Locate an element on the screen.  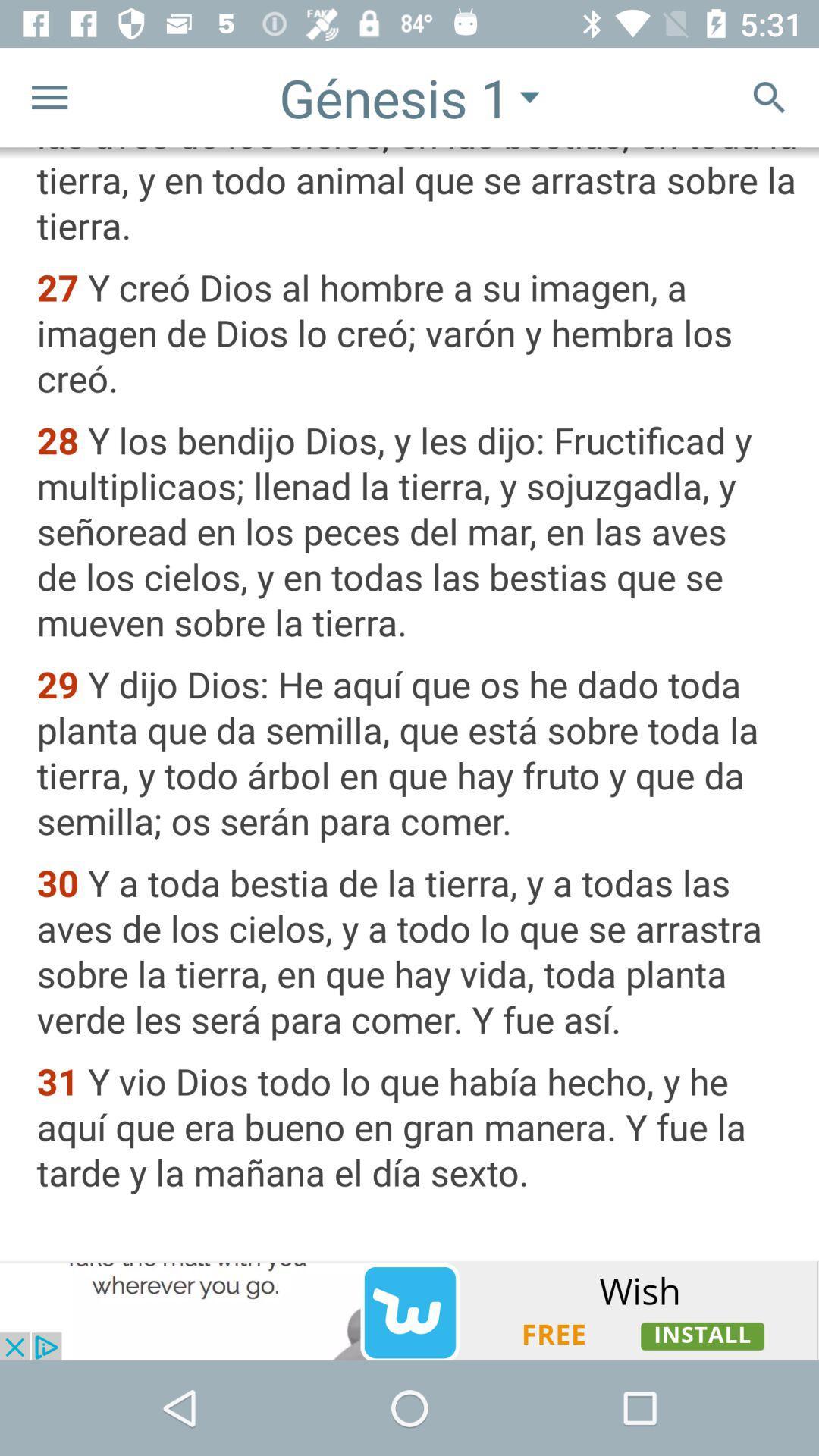
the search icon is located at coordinates (769, 96).